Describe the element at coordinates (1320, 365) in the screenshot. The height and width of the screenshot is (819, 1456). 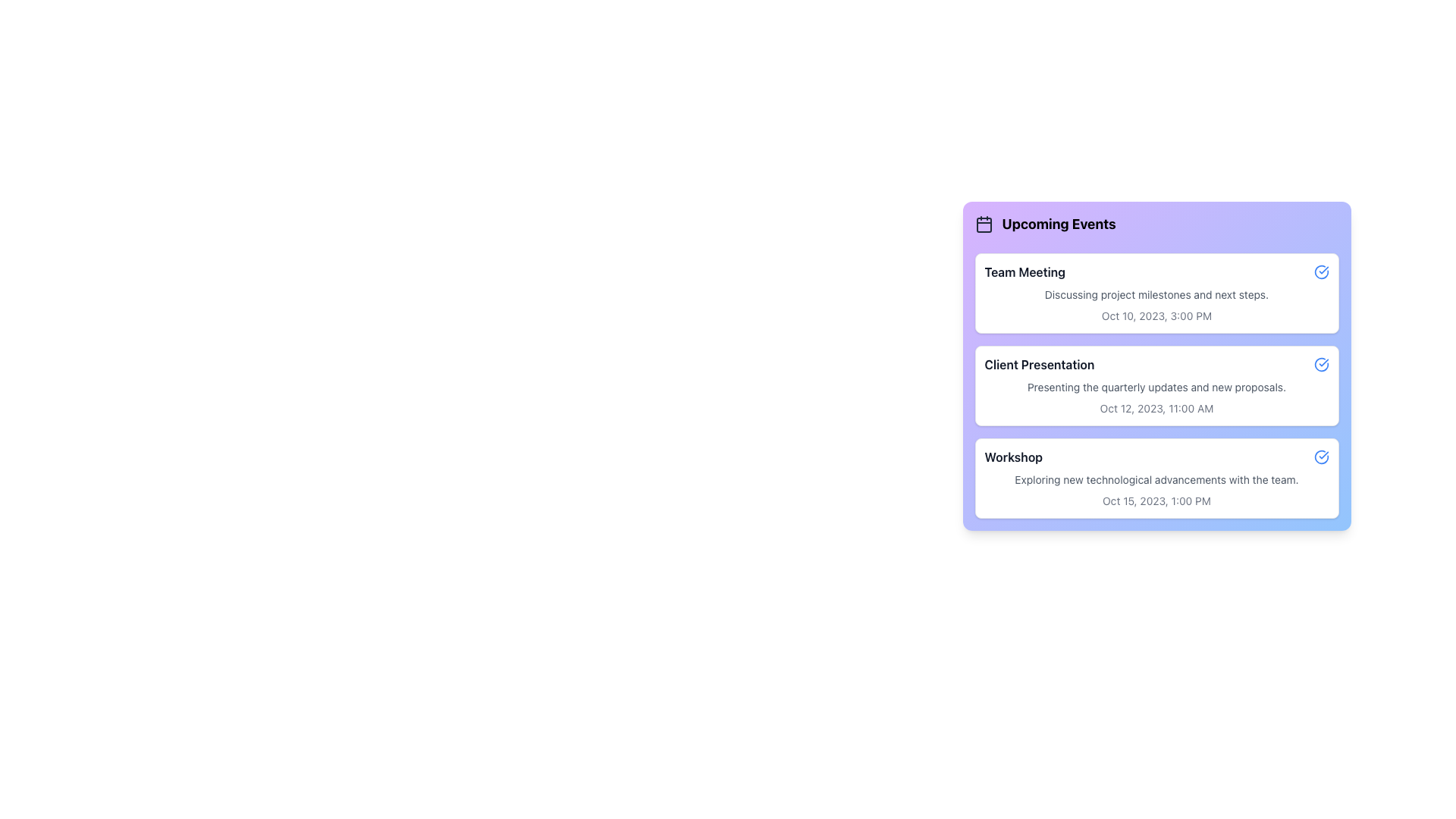
I see `the status icon located on the far-right side of the 'Client Presentation' section in the 'Upcoming Events' list` at that location.